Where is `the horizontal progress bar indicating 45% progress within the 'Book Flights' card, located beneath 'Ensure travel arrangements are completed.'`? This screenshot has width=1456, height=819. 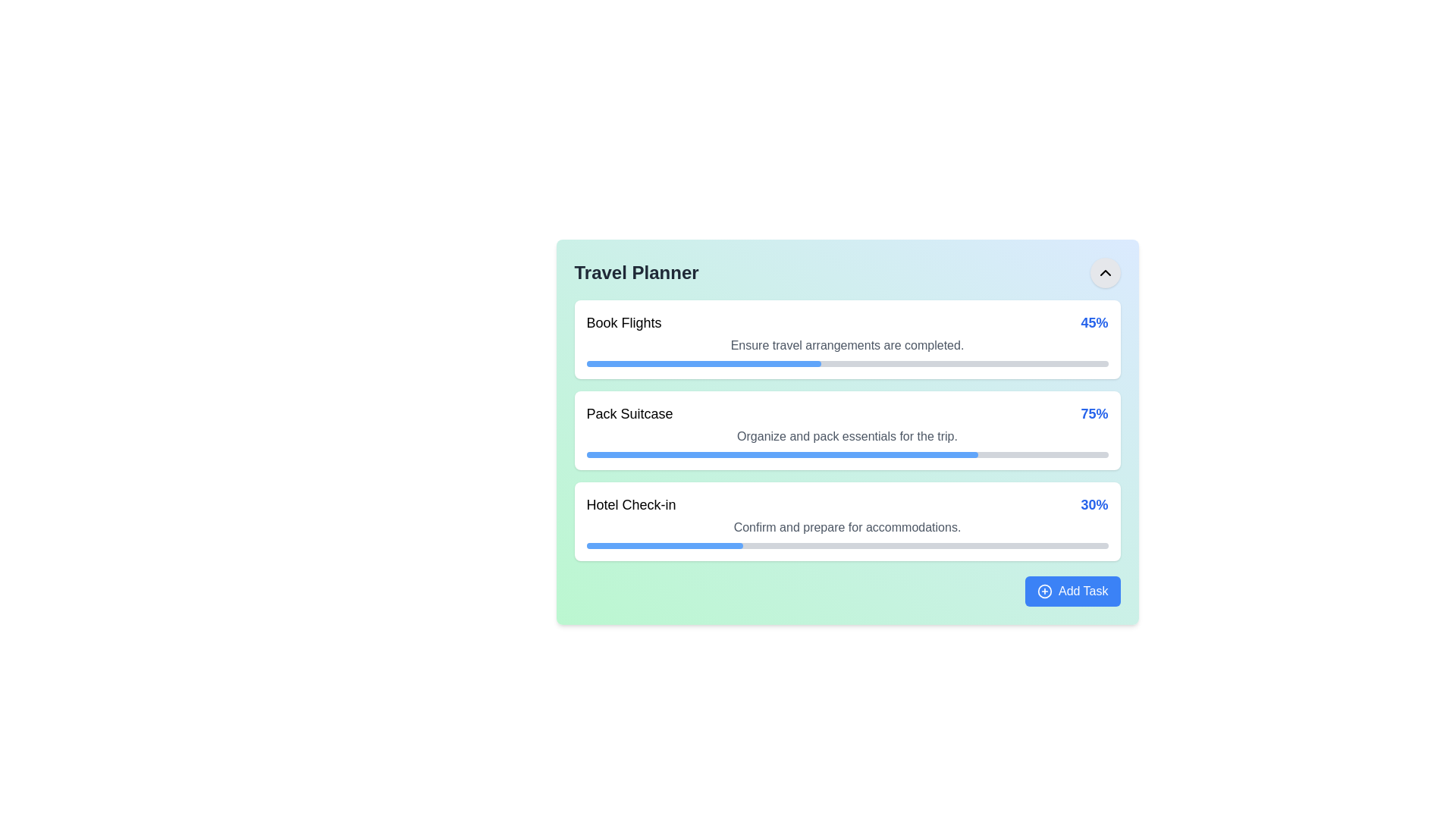 the horizontal progress bar indicating 45% progress within the 'Book Flights' card, located beneath 'Ensure travel arrangements are completed.' is located at coordinates (846, 363).